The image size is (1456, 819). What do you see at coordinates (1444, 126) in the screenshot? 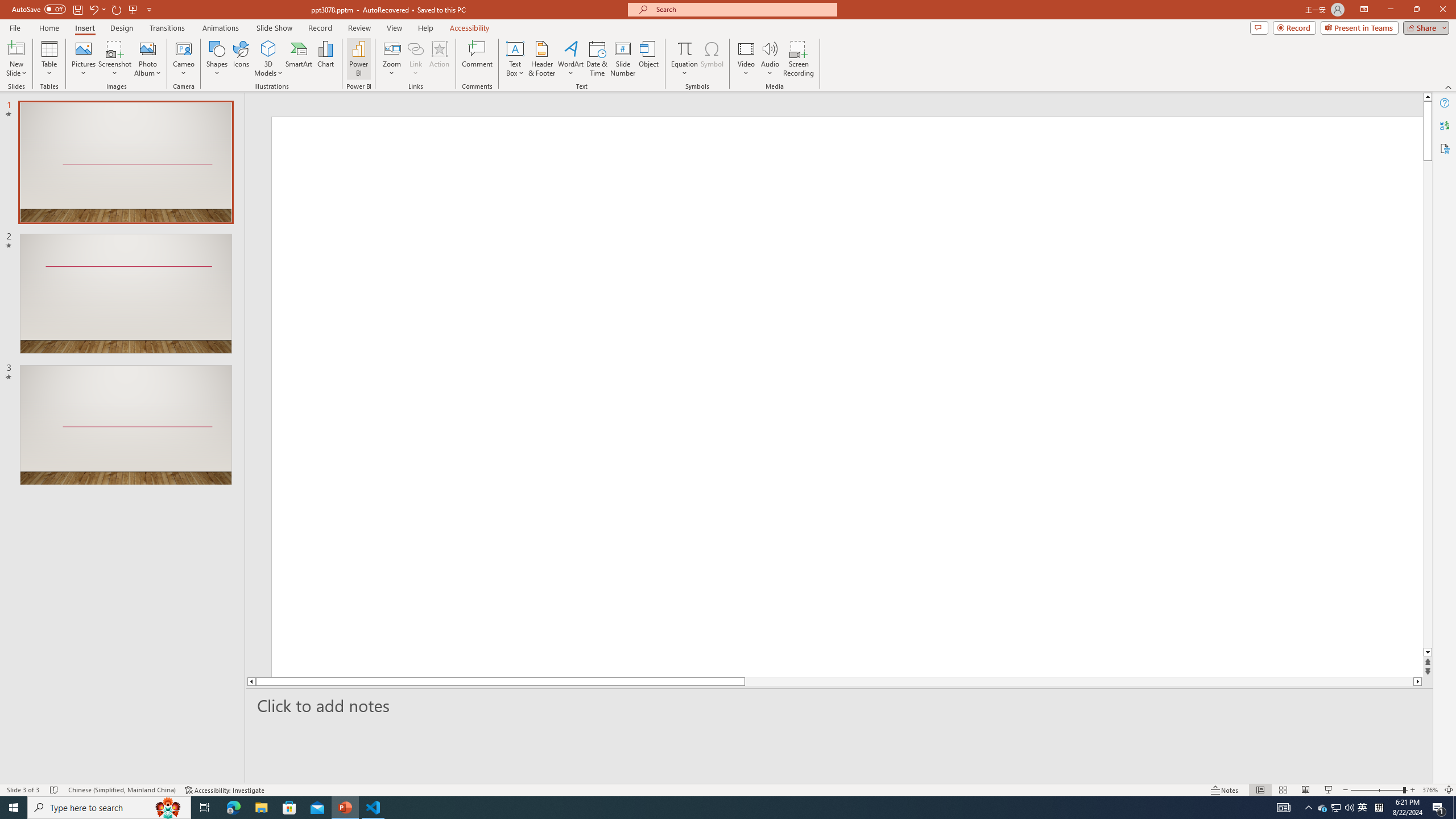
I see `'Translator'` at bounding box center [1444, 126].